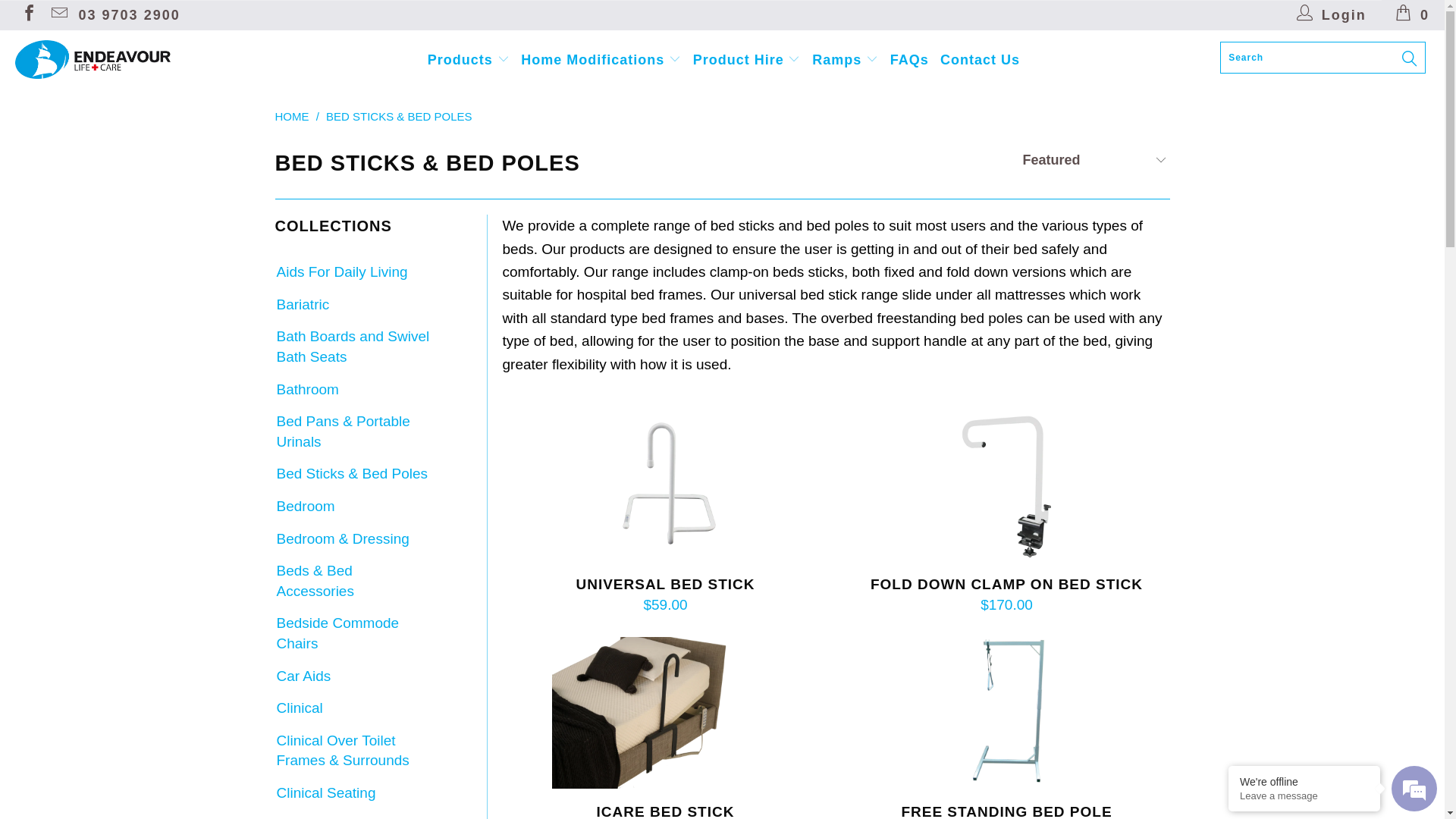 The width and height of the screenshot is (1456, 819). I want to click on 'Endeavour Life Care on Facebook', so click(18, 14).